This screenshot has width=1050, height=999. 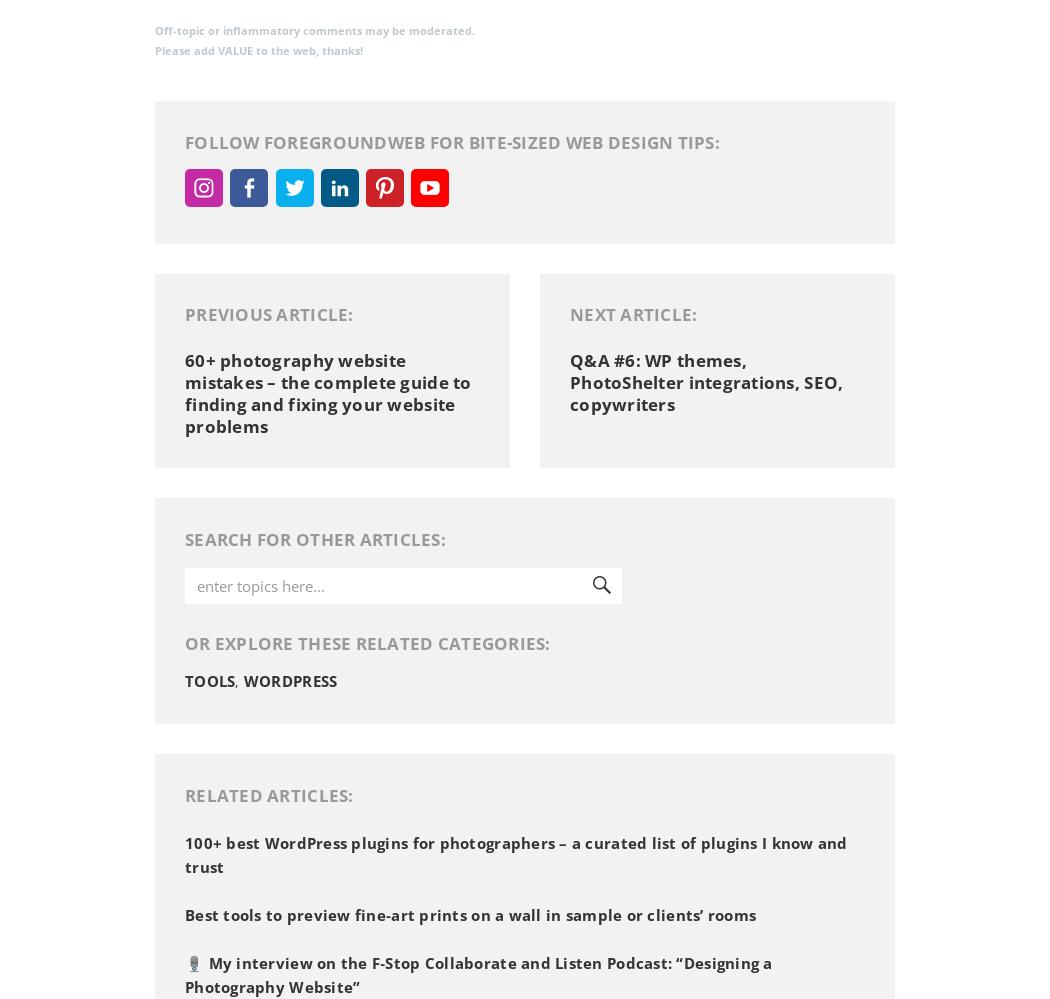 What do you see at coordinates (315, 30) in the screenshot?
I see `'Off-topic or inflammatory comments may be moderated.'` at bounding box center [315, 30].